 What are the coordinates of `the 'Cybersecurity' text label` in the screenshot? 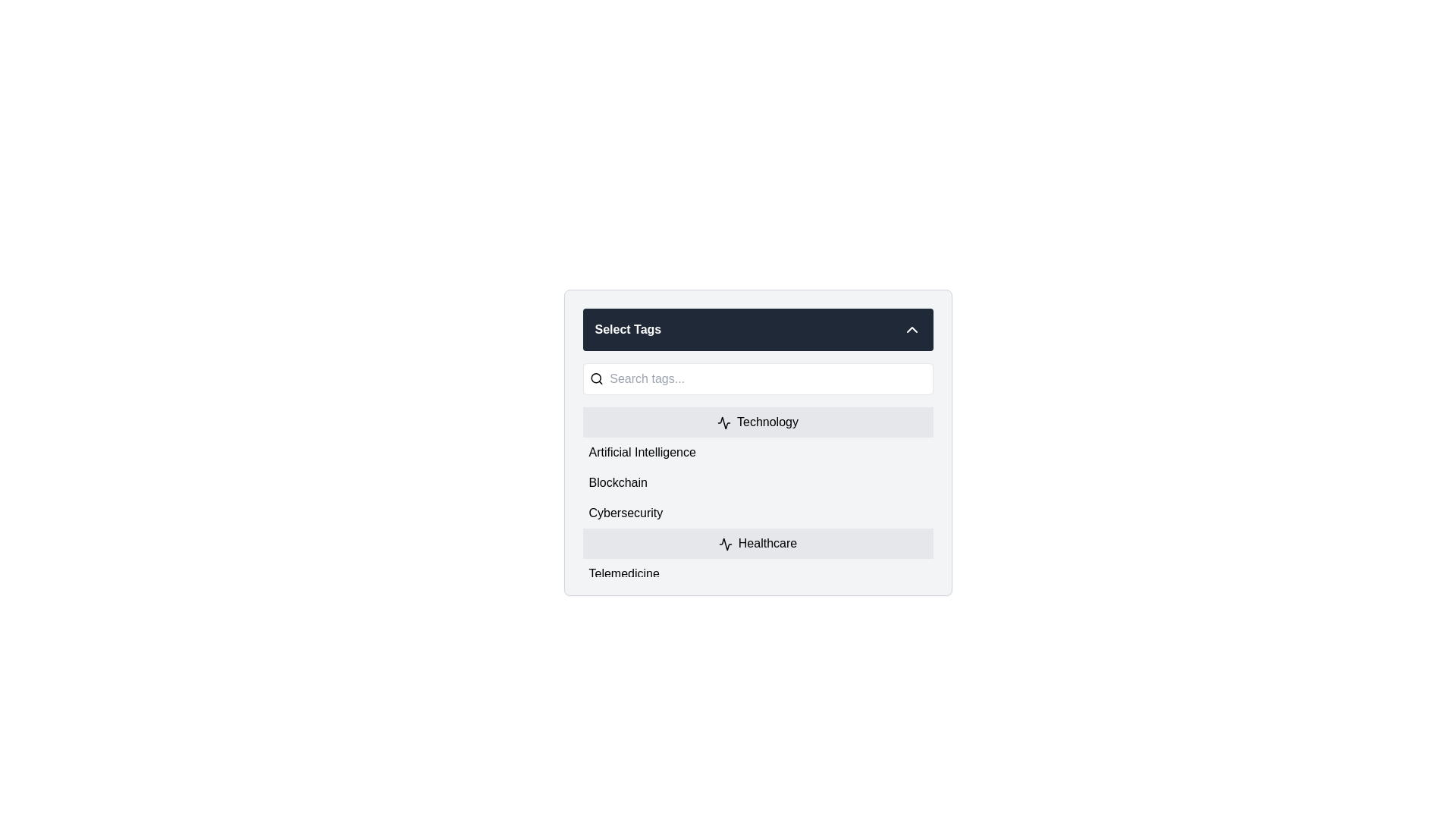 It's located at (626, 513).